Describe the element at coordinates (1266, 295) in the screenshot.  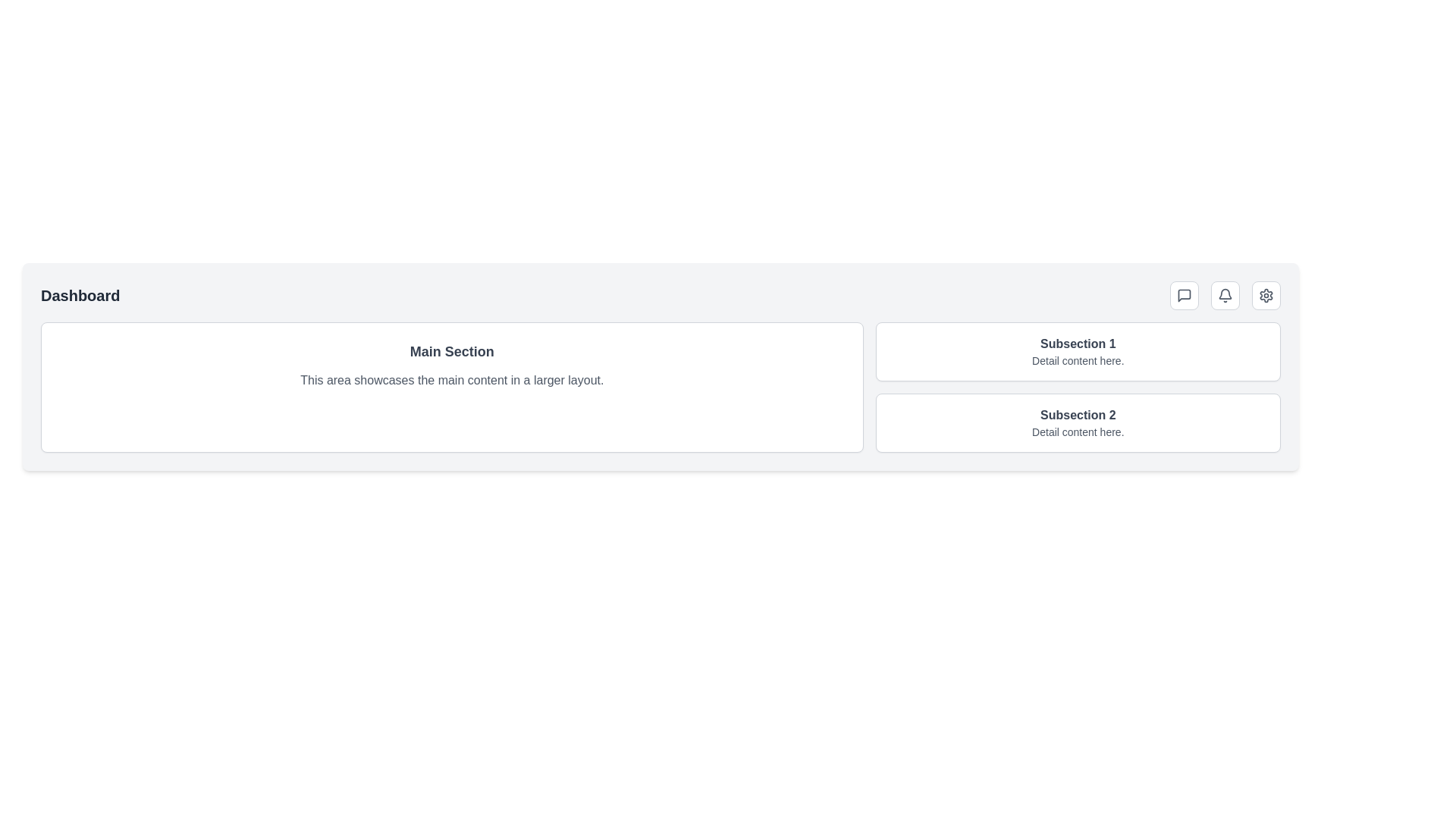
I see `the button with a gear icon, which is the third button in the upper right corner of the interface, to observe any tooltip or hover effect` at that location.